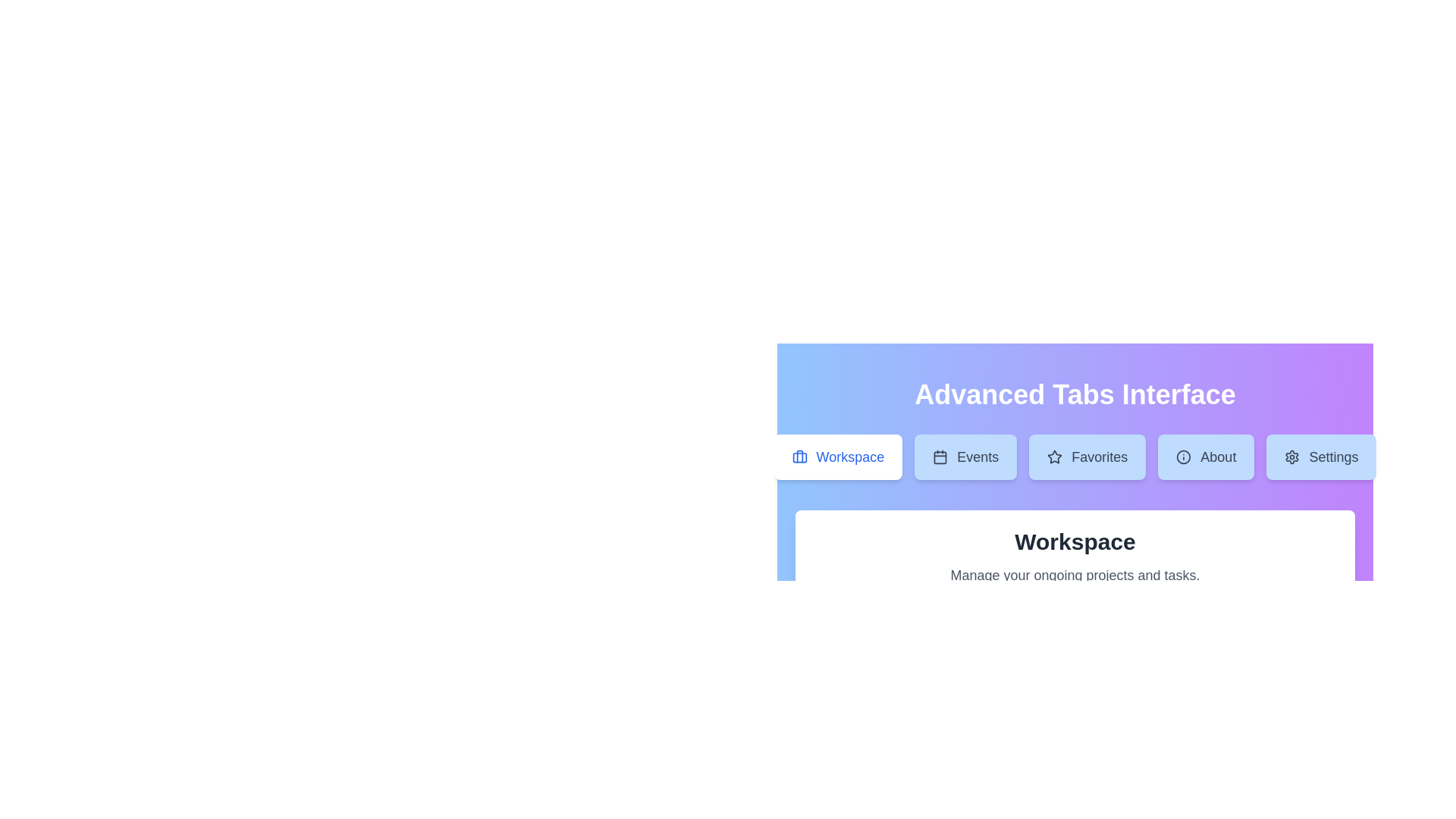 The image size is (1456, 819). What do you see at coordinates (1320, 456) in the screenshot?
I see `the 'Settings' button located at the far right of the horizontal navigation bar` at bounding box center [1320, 456].